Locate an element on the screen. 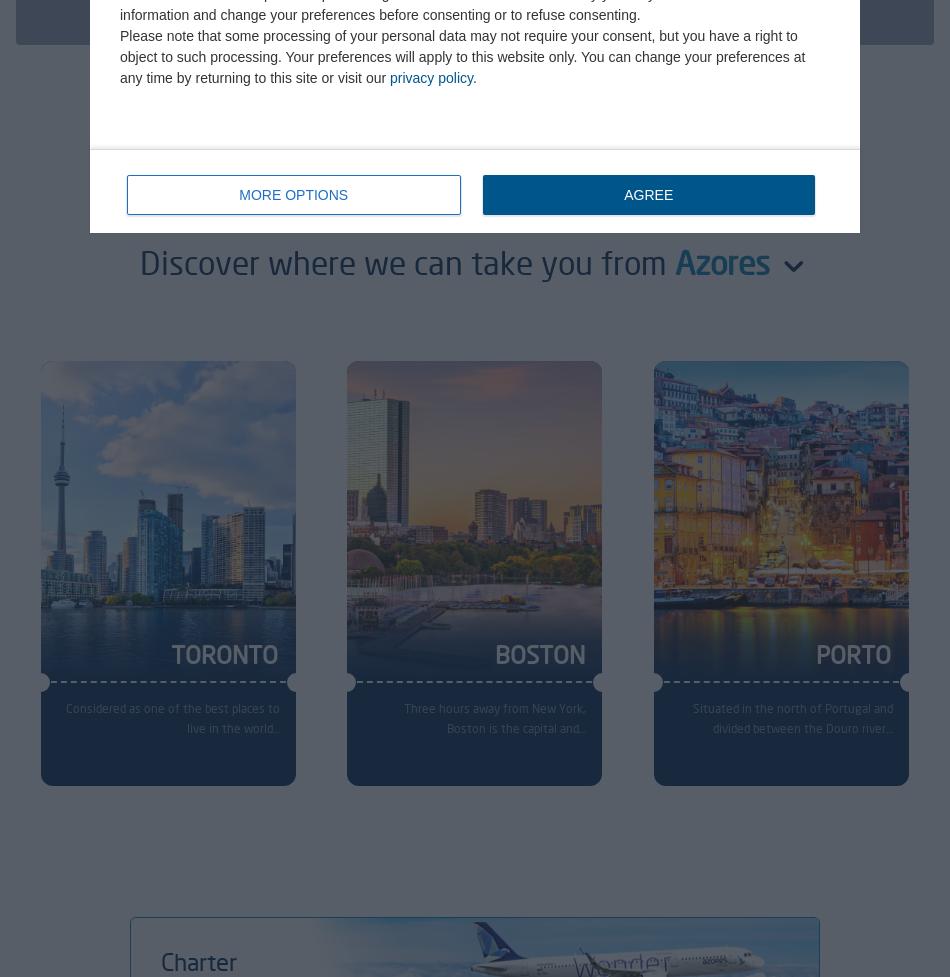 The width and height of the screenshot is (950, 977). 'PORTO' is located at coordinates (814, 654).